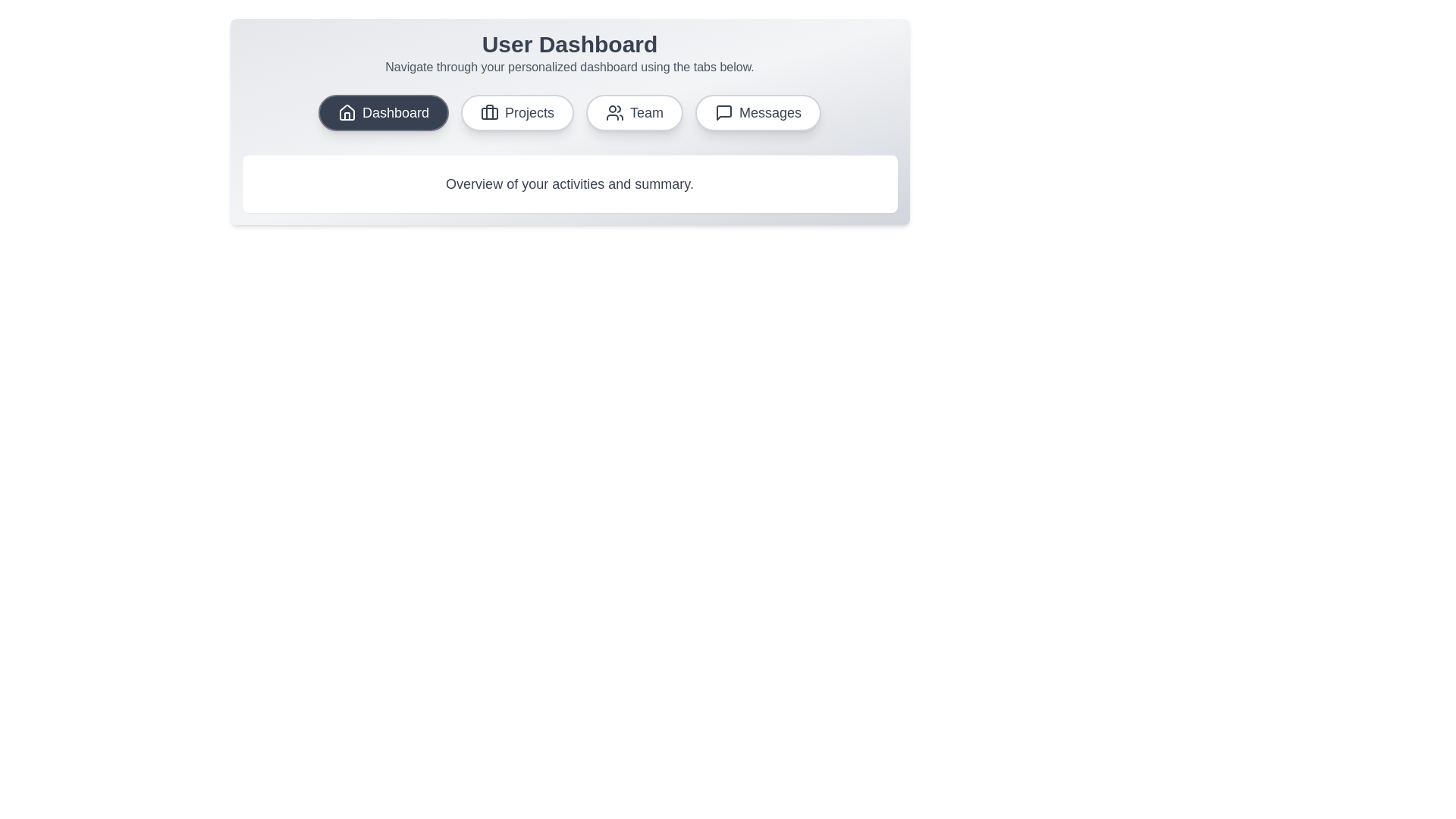  I want to click on the tab labeled Dashboard to observe the visual effect, so click(383, 112).